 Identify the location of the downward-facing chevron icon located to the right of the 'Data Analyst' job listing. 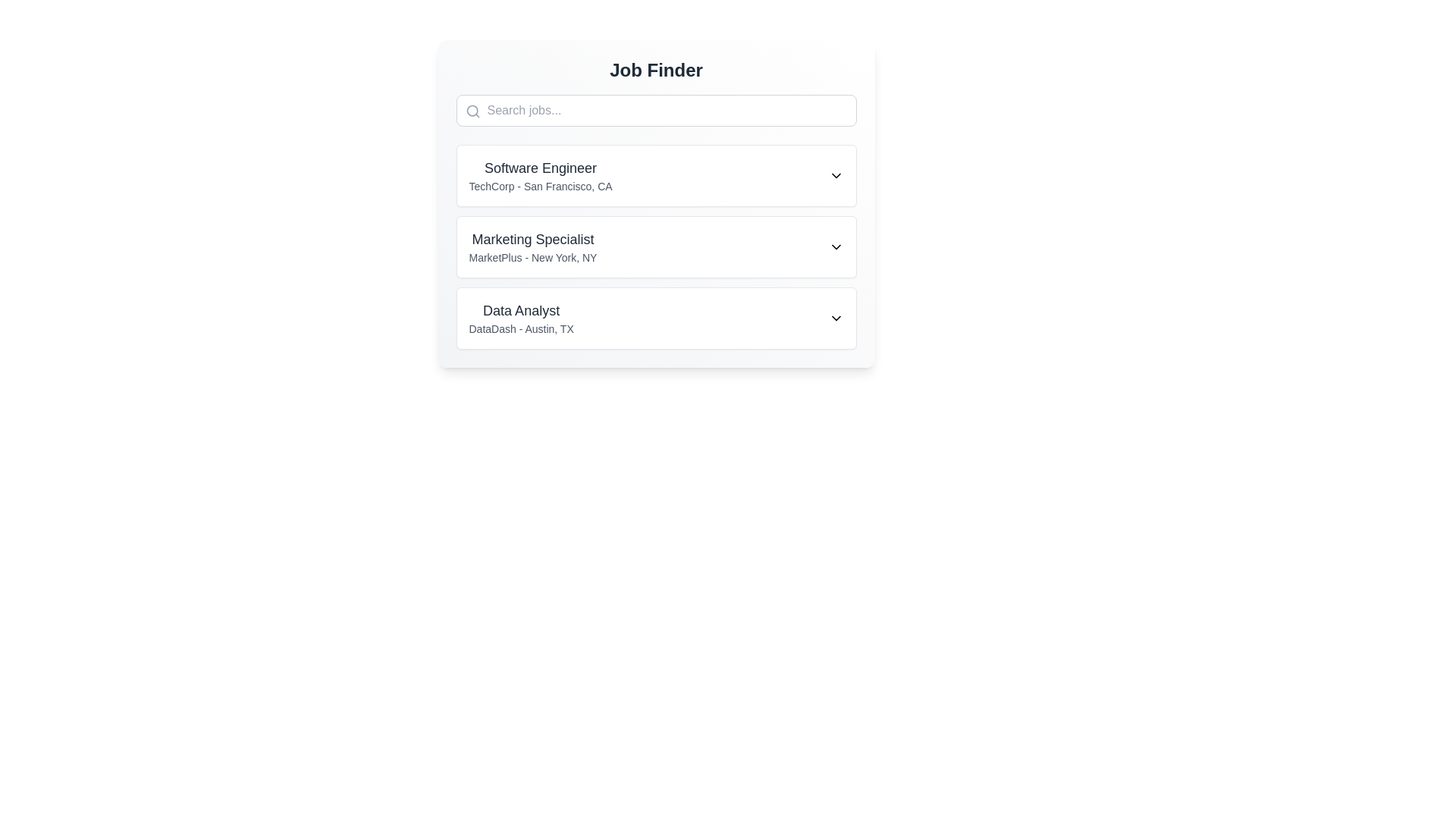
(835, 318).